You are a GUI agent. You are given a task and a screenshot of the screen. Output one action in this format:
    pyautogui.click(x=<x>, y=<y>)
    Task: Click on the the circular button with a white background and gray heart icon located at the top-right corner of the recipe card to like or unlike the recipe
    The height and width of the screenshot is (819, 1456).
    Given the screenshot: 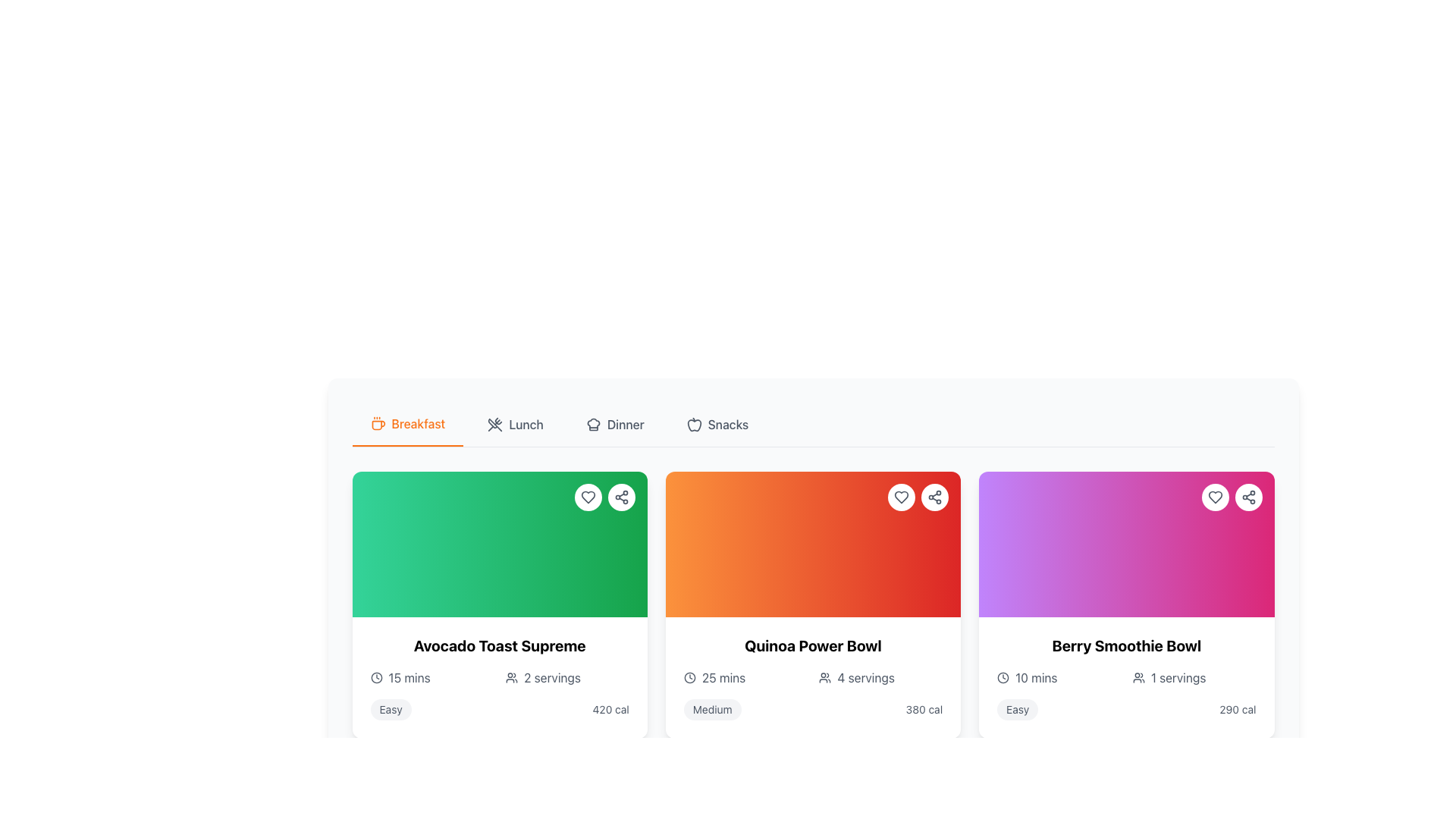 What is the action you would take?
    pyautogui.click(x=902, y=497)
    